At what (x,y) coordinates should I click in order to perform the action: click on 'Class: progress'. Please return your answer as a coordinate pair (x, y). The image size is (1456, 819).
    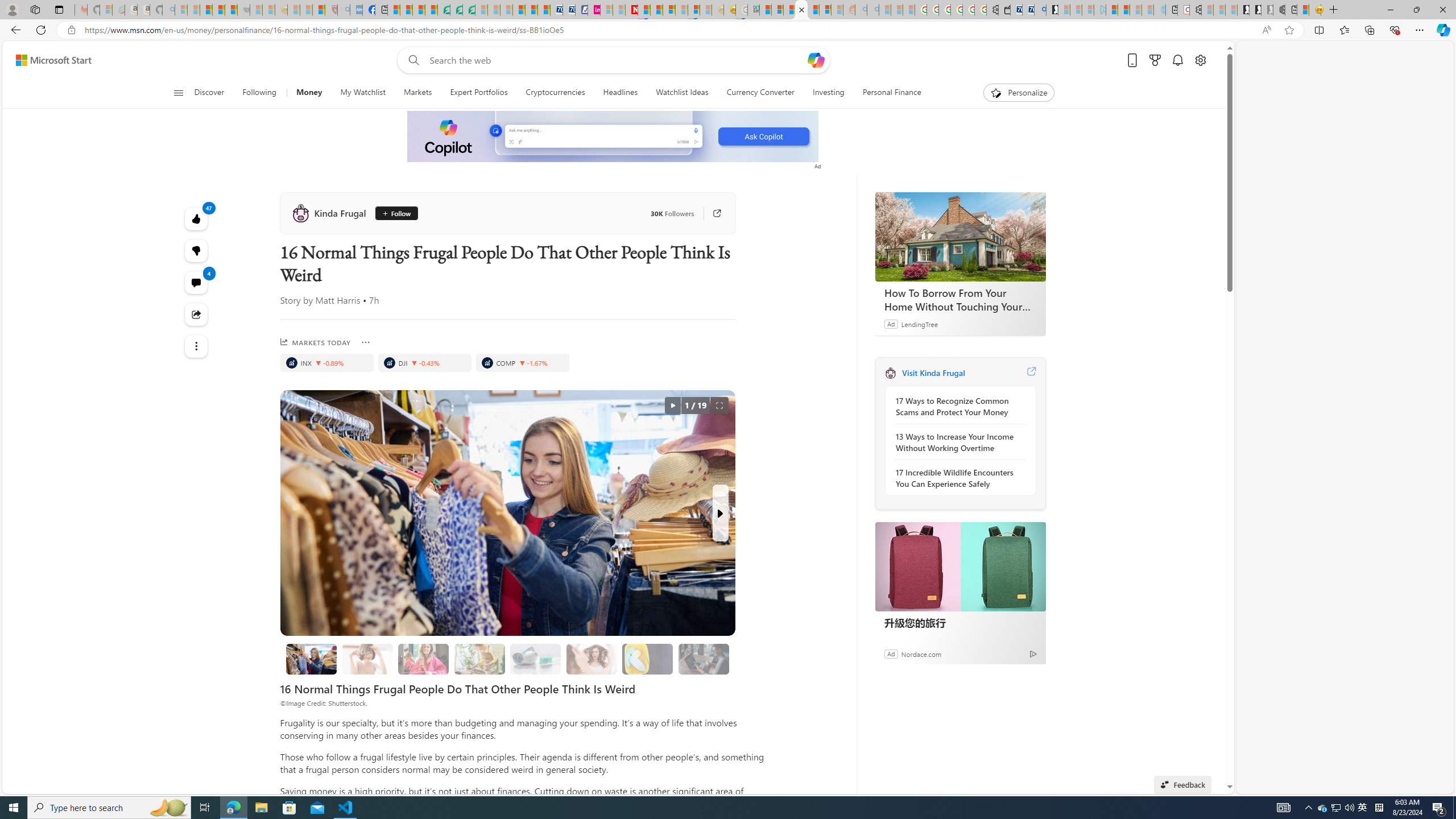
    Looking at the image, I should click on (703, 656).